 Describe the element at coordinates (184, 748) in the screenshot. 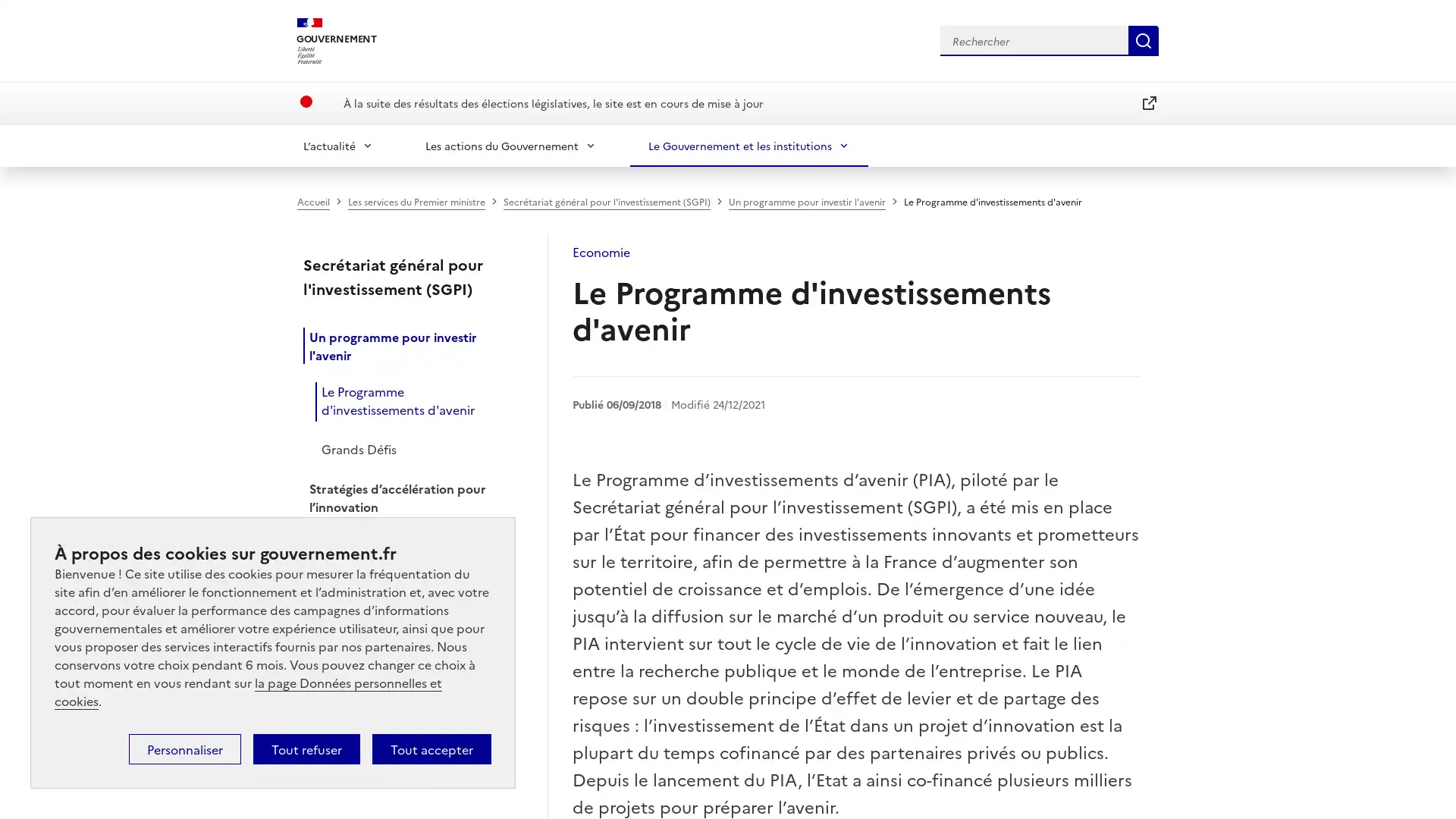

I see `Personnaliser` at that location.